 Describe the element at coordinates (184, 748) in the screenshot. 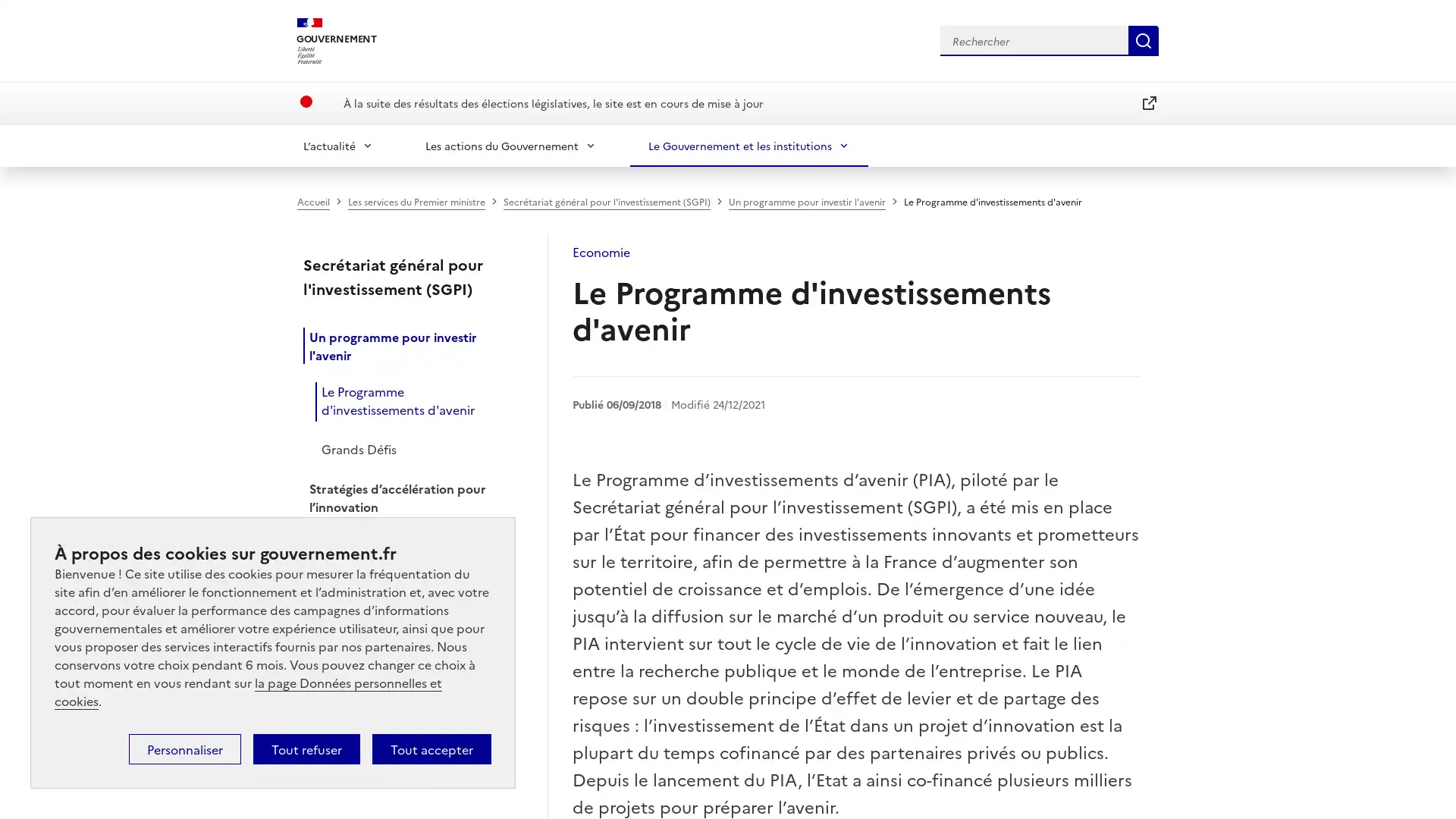

I see `Personnaliser` at that location.